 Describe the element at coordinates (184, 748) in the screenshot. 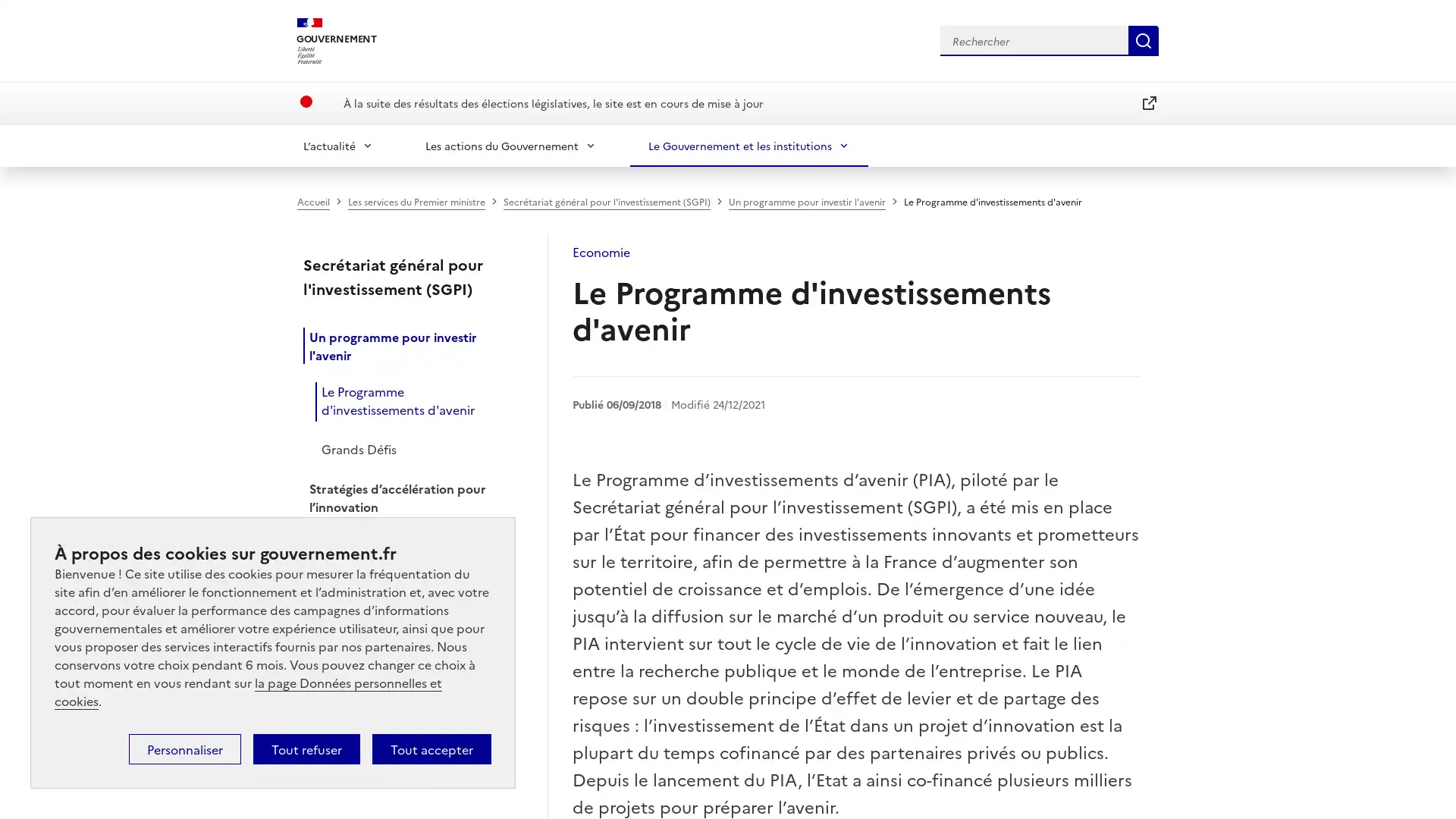

I see `Personnaliser` at that location.